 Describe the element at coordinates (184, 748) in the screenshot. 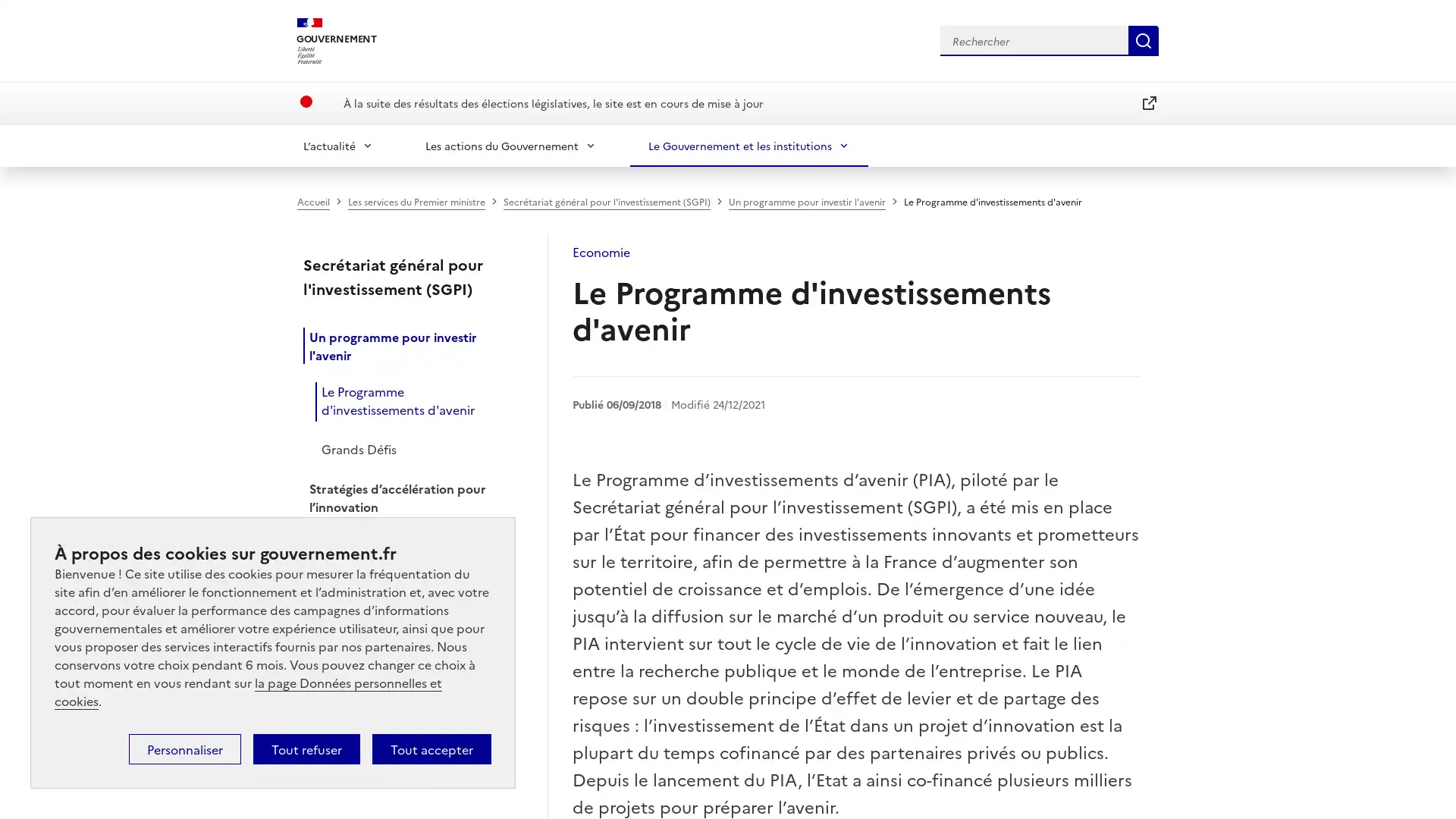

I see `Personnaliser` at that location.